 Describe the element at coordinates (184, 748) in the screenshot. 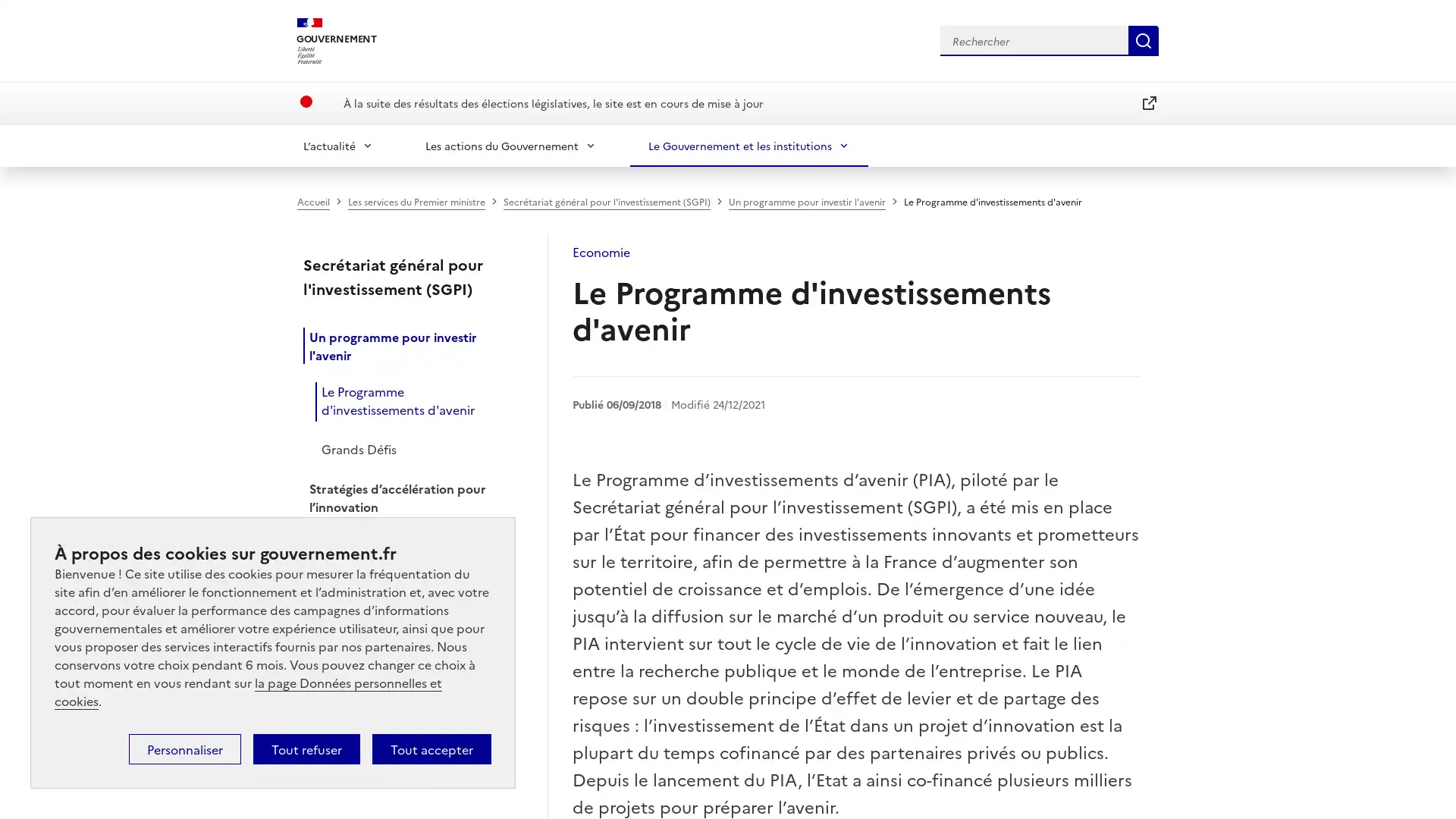

I see `Personnaliser` at that location.